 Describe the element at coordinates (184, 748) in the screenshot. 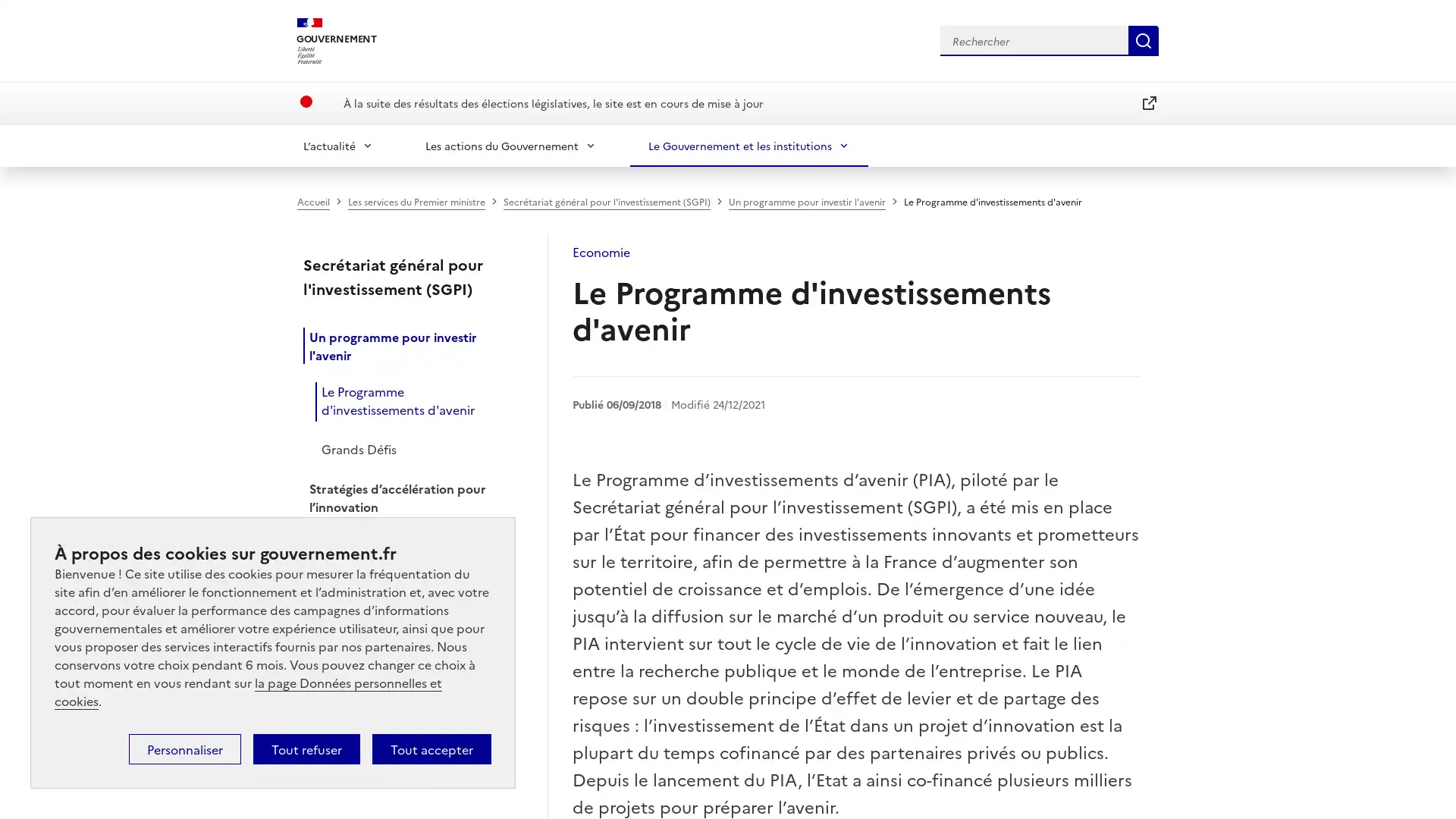

I see `Personnaliser` at that location.